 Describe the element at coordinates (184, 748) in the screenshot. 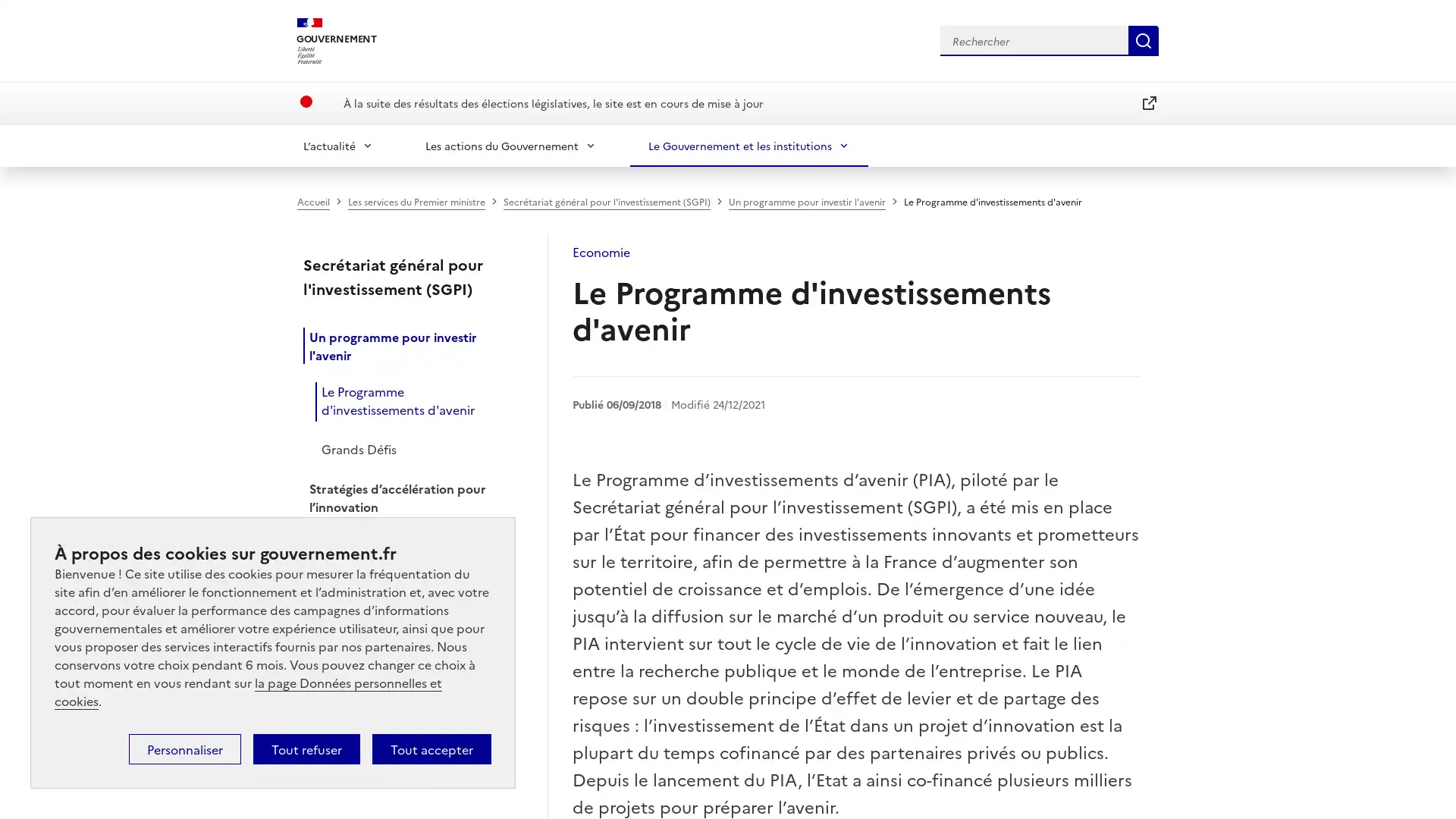

I see `Personnaliser` at that location.